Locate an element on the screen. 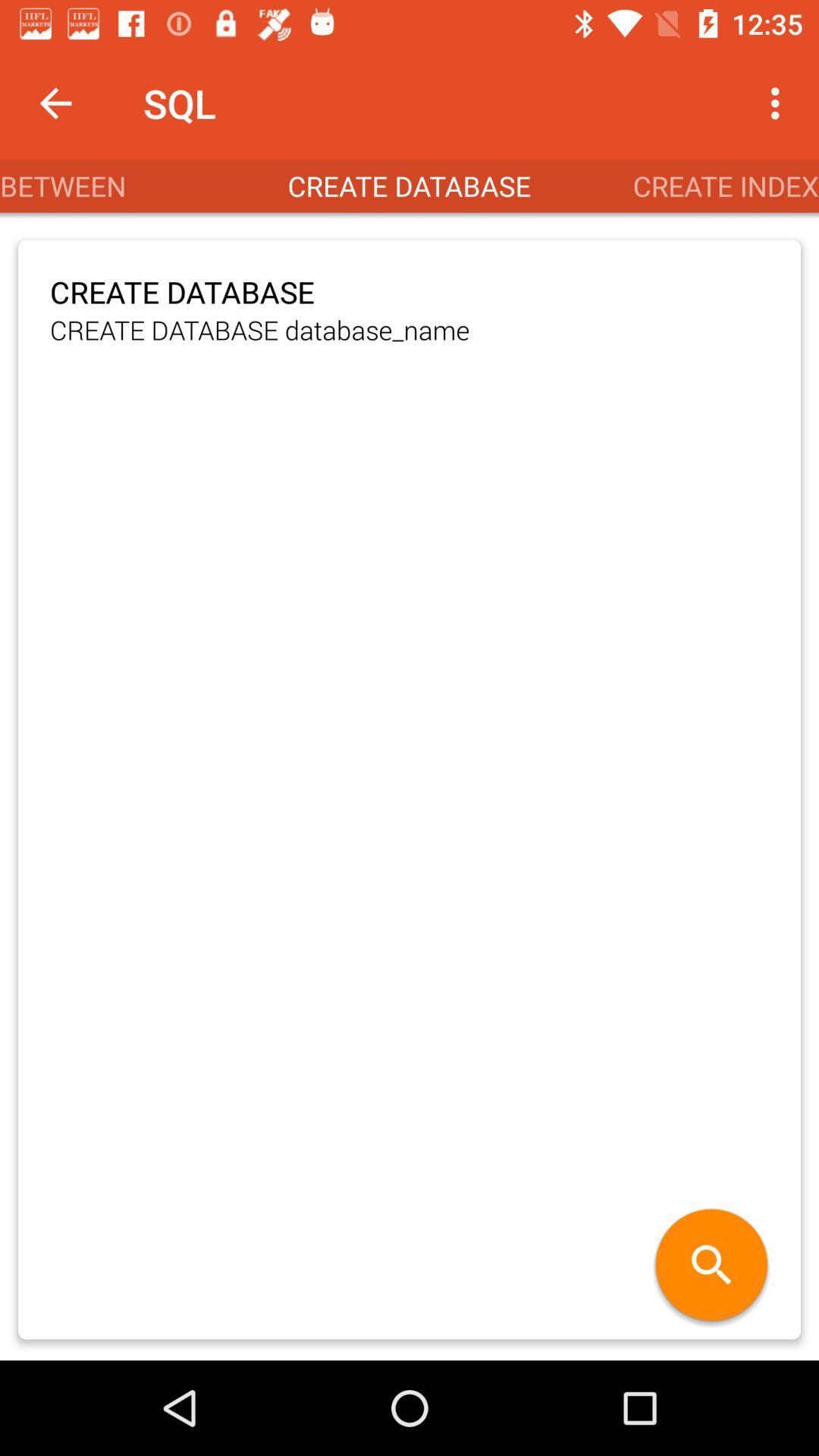 This screenshot has height=1456, width=819. the item next to the sql app is located at coordinates (55, 102).